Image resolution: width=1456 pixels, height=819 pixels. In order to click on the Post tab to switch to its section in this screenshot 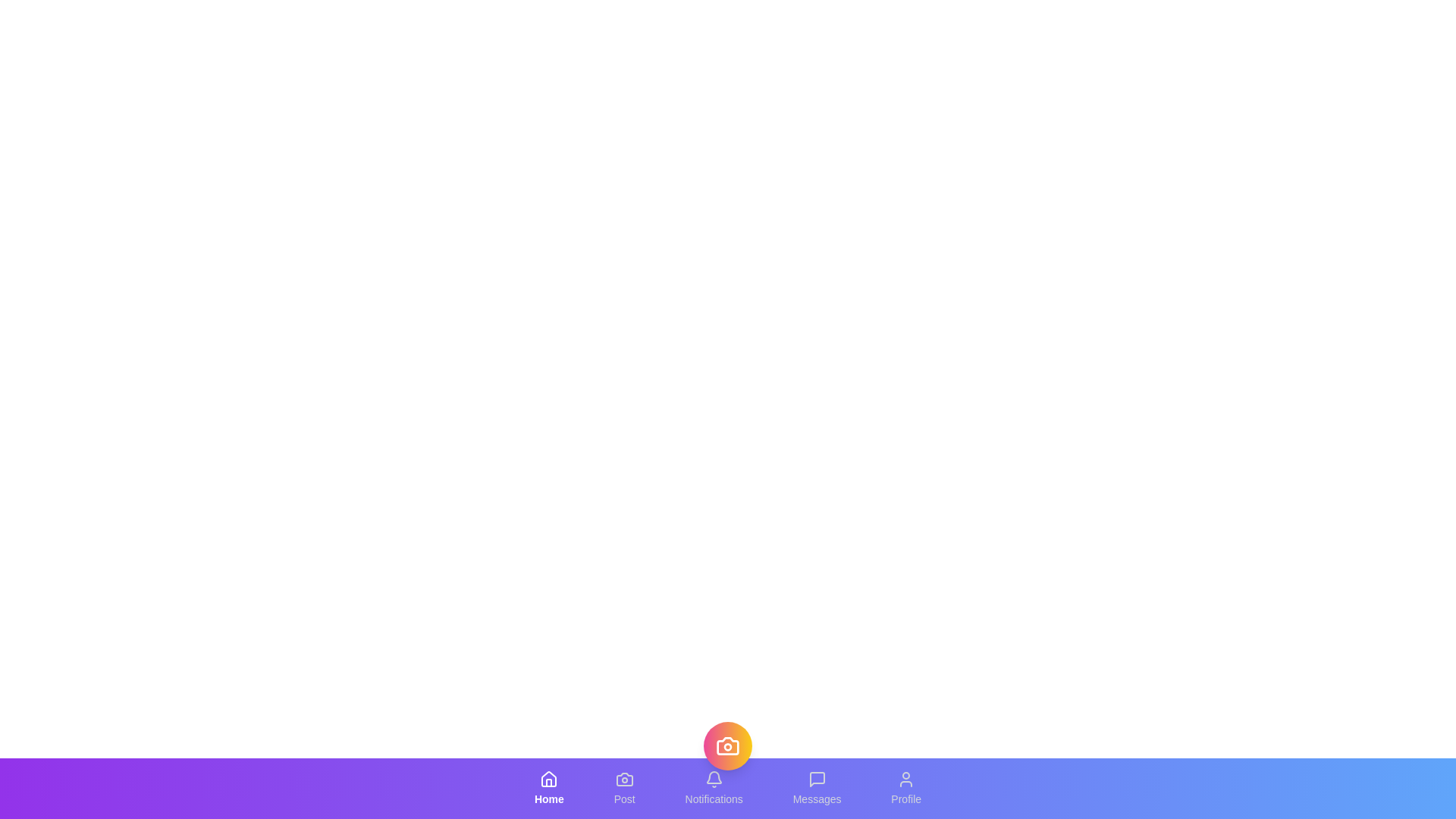, I will do `click(624, 788)`.